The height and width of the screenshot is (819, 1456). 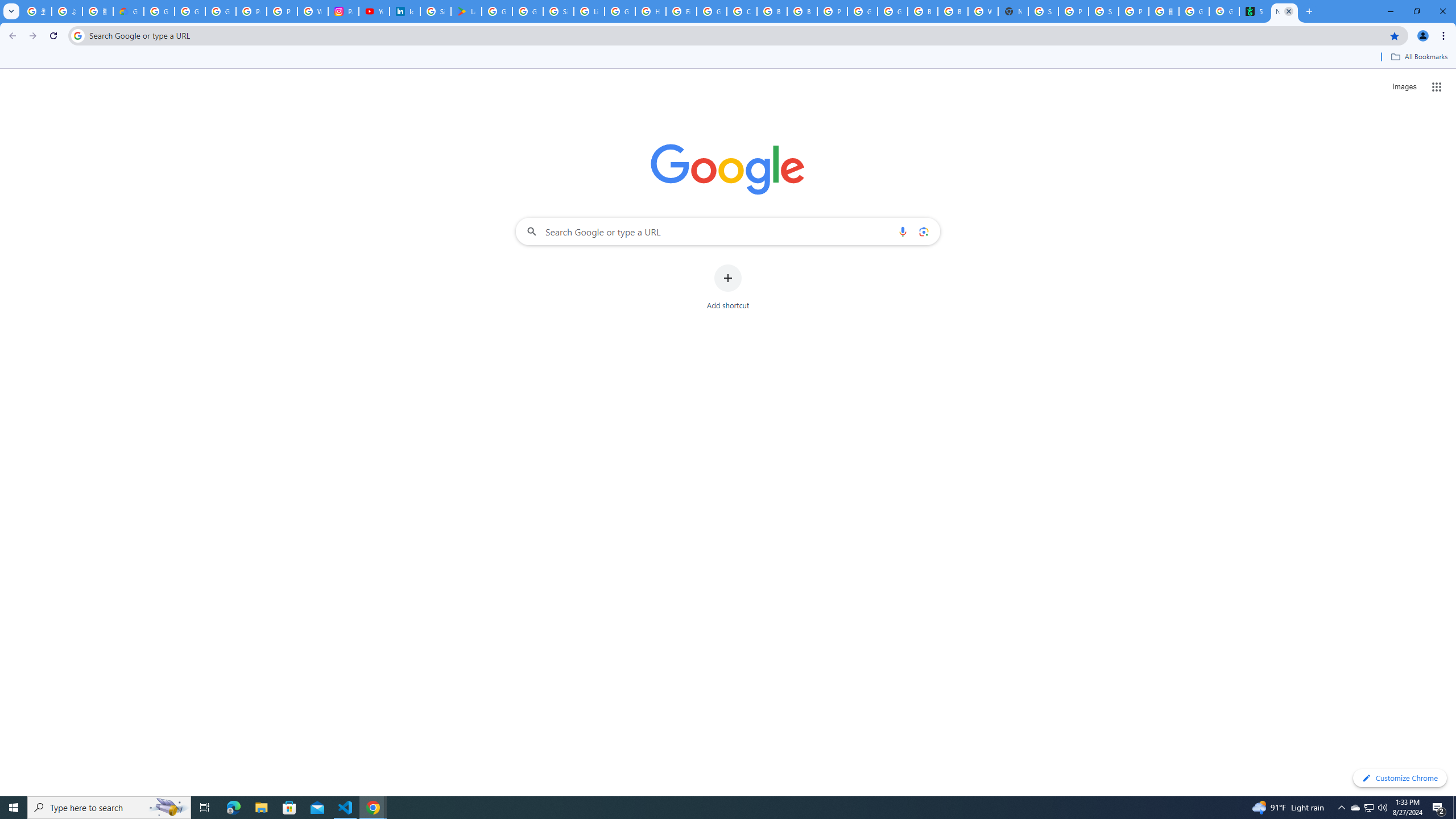 I want to click on 'Search for Images ', so click(x=1404, y=87).